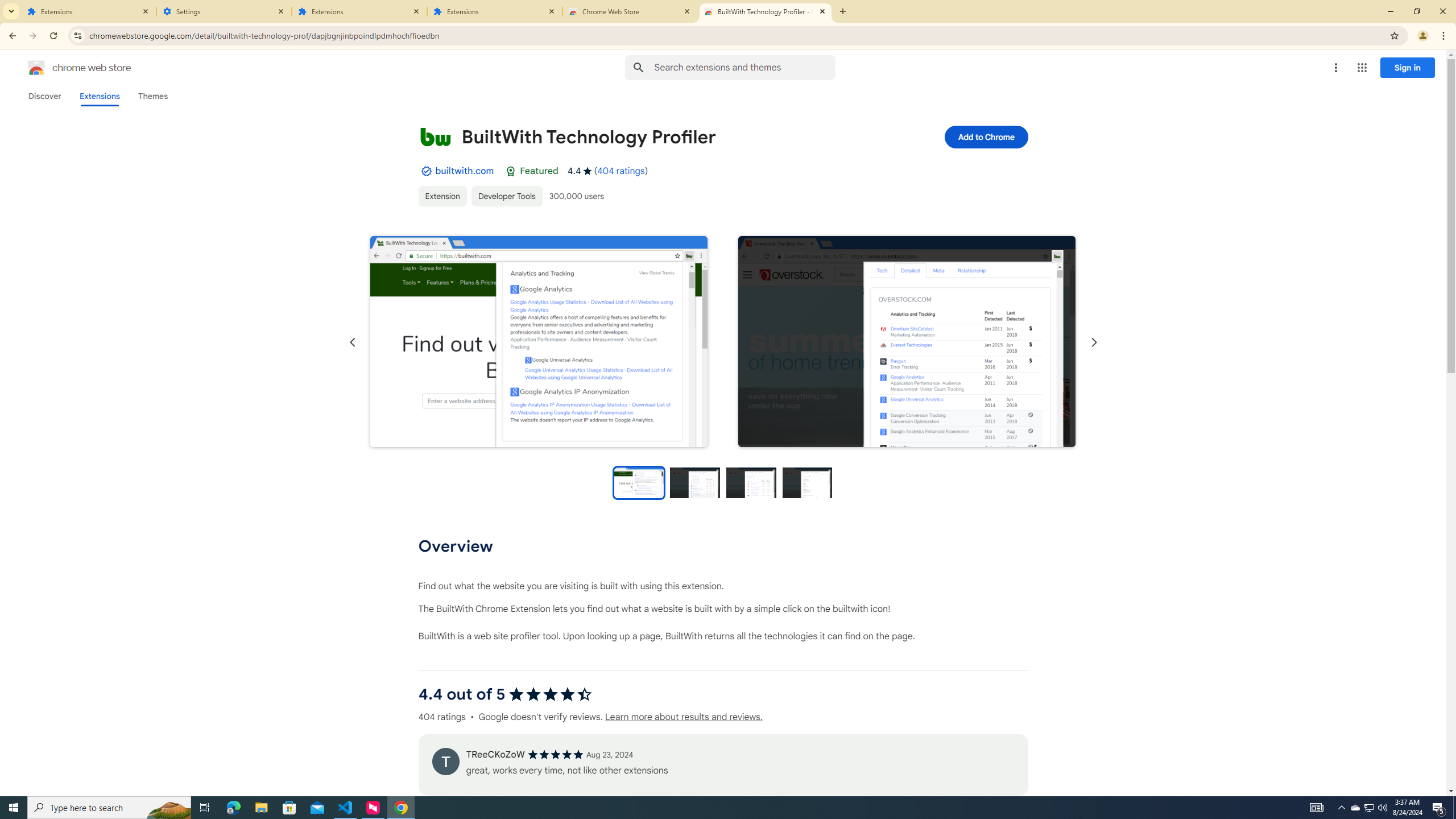 Image resolution: width=1456 pixels, height=819 pixels. What do you see at coordinates (67, 67) in the screenshot?
I see `'Chrome Web Store logo chrome web store'` at bounding box center [67, 67].